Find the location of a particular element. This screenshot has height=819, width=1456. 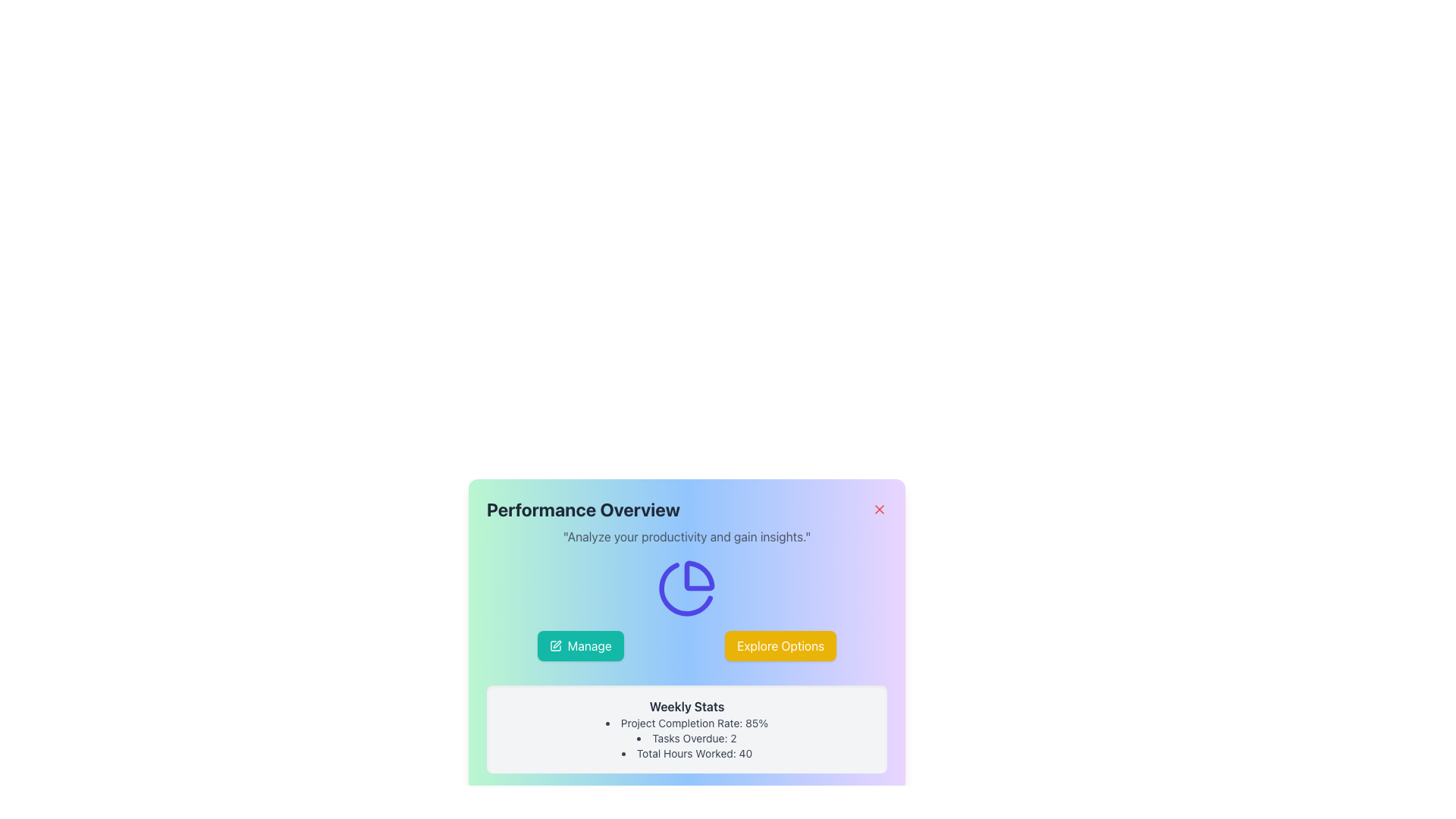

the diagonal line segment of the 'X' icon located in the top-right corner of the performance overview card section is located at coordinates (880, 509).